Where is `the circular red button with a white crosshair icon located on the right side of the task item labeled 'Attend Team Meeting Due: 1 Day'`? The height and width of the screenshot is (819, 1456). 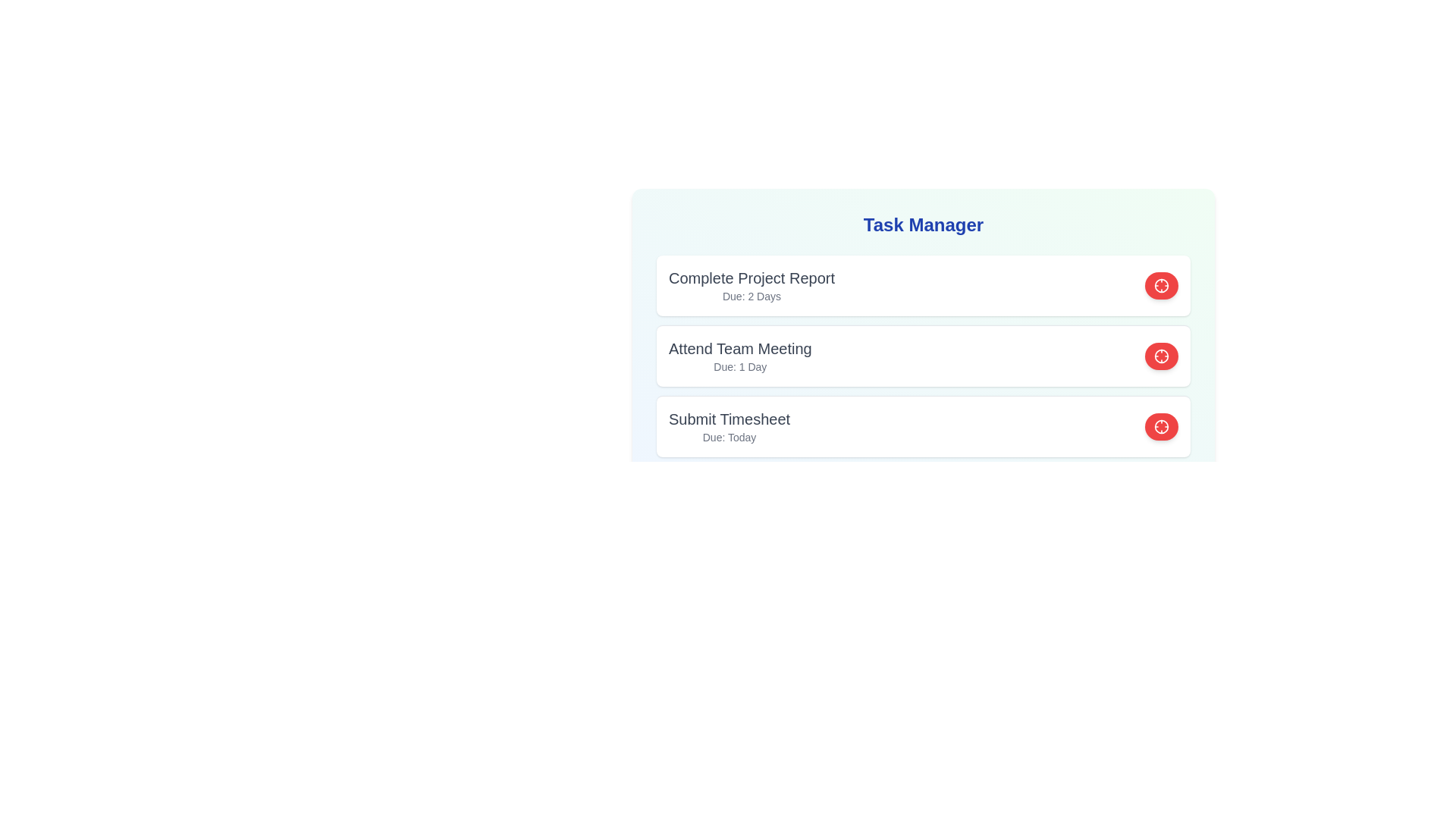 the circular red button with a white crosshair icon located on the right side of the task item labeled 'Attend Team Meeting Due: 1 Day' is located at coordinates (1160, 356).